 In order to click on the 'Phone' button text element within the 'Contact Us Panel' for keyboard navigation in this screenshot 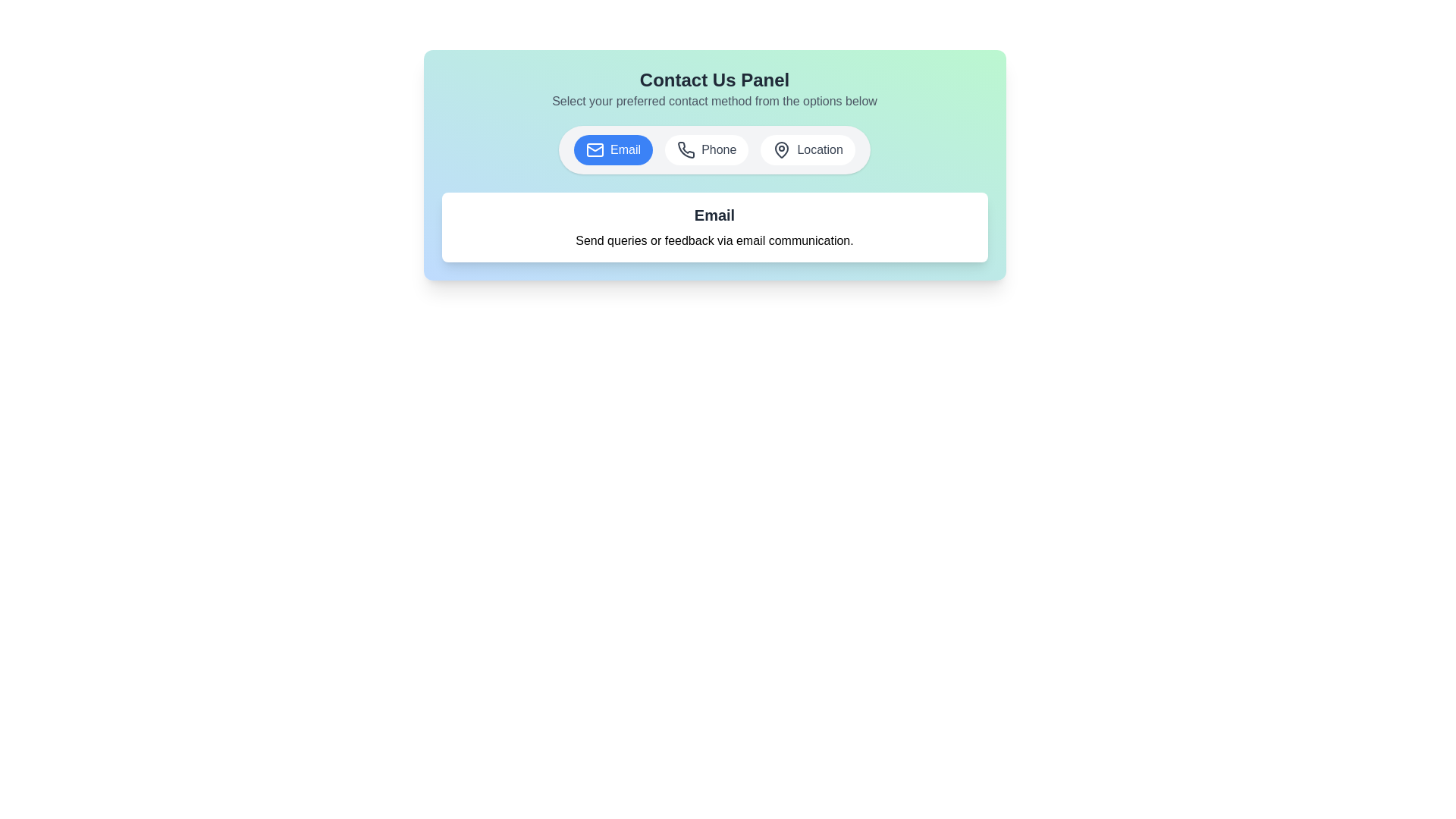, I will do `click(718, 149)`.